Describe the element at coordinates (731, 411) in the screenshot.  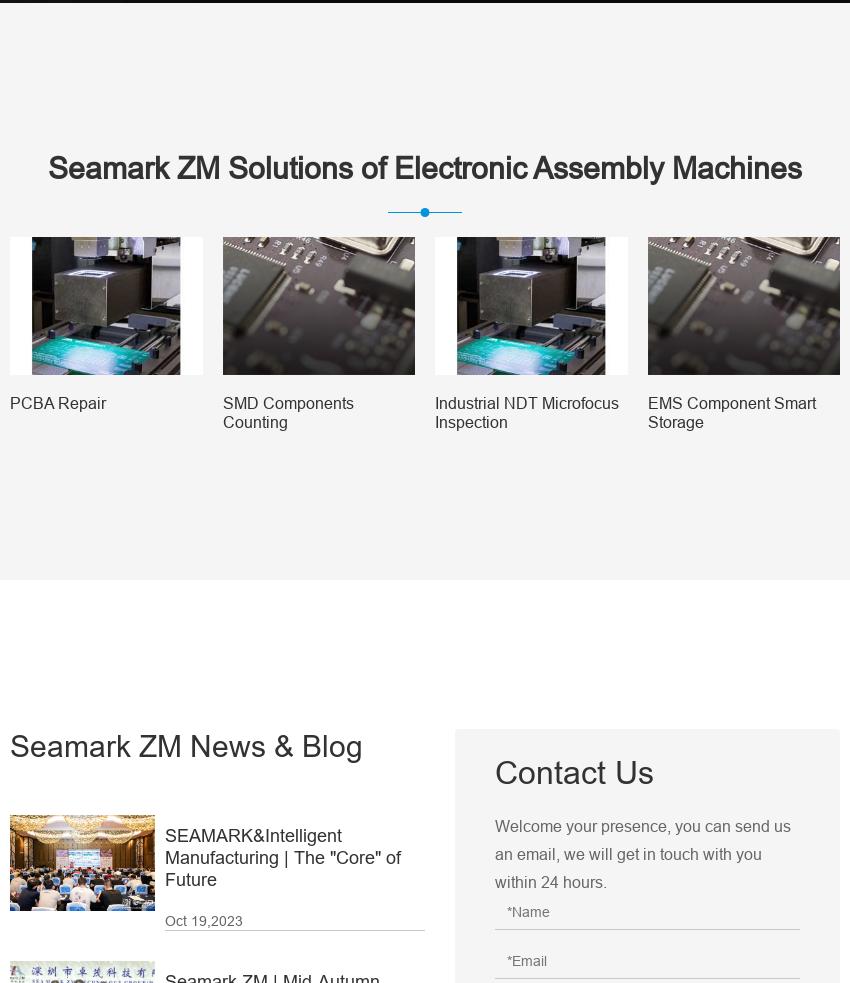
I see `'EMS Component Smart Storage'` at that location.